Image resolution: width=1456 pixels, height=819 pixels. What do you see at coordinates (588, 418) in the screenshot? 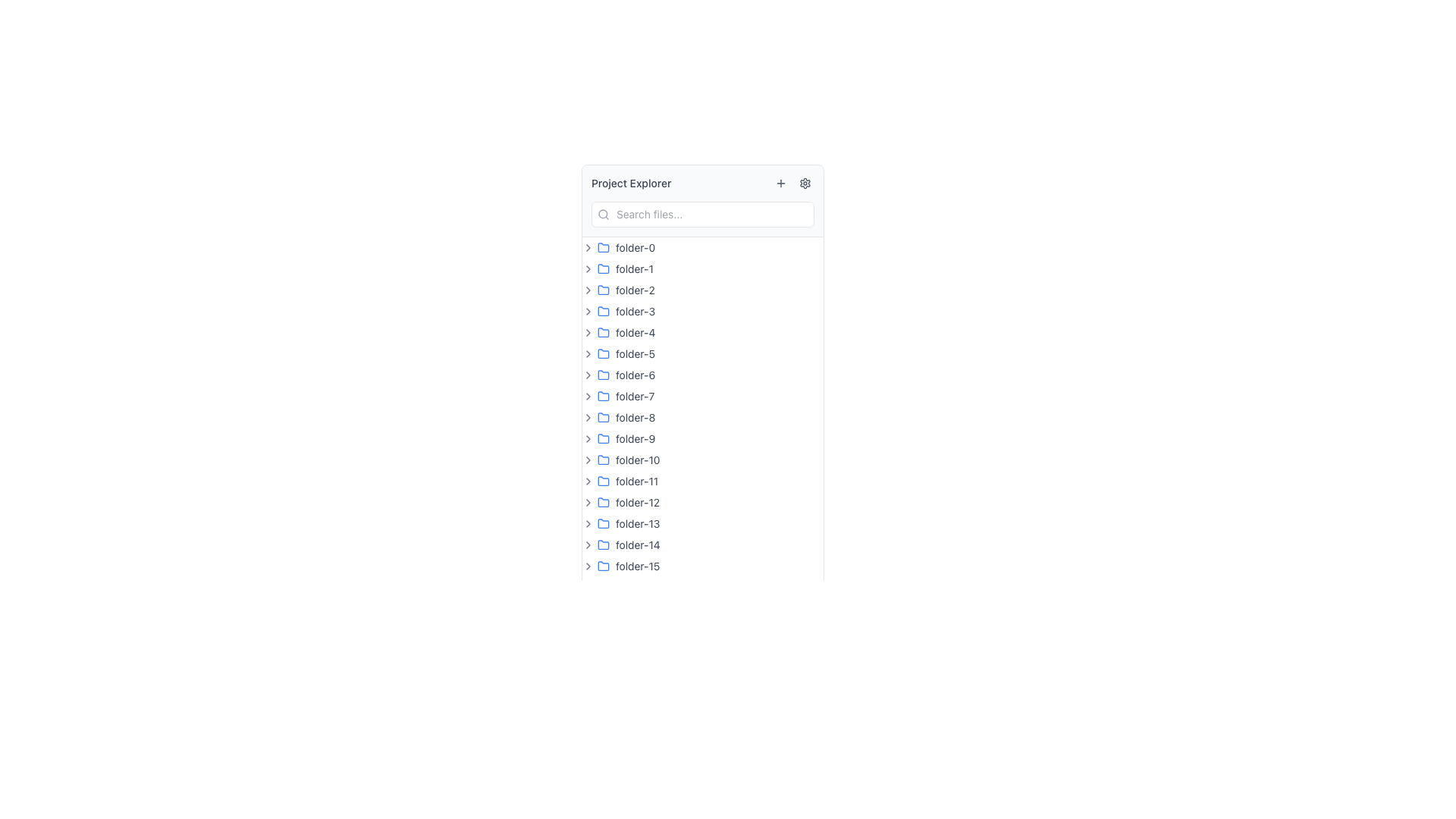
I see `the toggle indicator for the 'folder-8' entry in the list, which is a non-clickable chevron indicating the folder can be expanded or collapsed` at bounding box center [588, 418].